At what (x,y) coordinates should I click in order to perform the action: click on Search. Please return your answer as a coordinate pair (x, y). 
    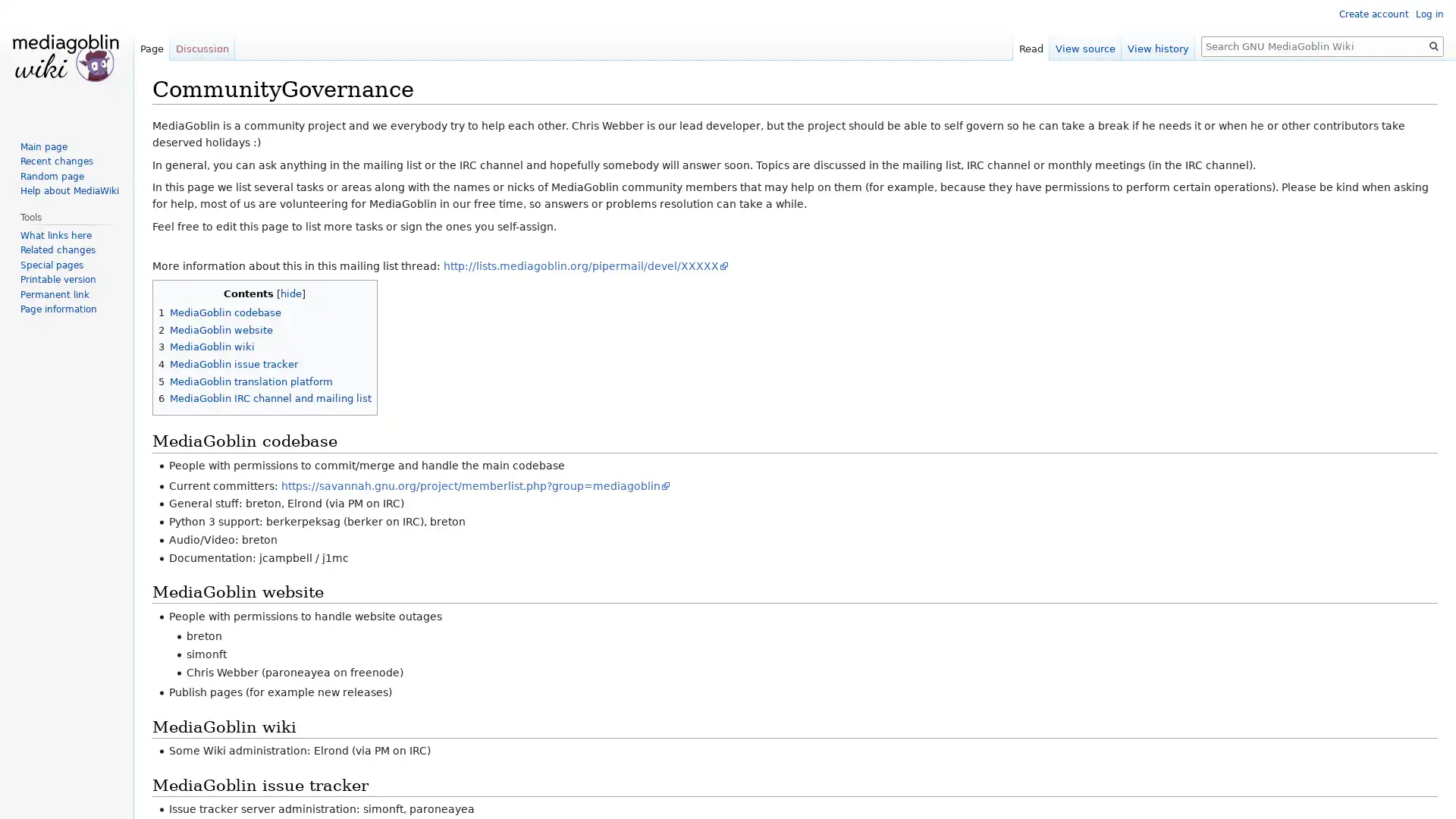
    Looking at the image, I should click on (1433, 45).